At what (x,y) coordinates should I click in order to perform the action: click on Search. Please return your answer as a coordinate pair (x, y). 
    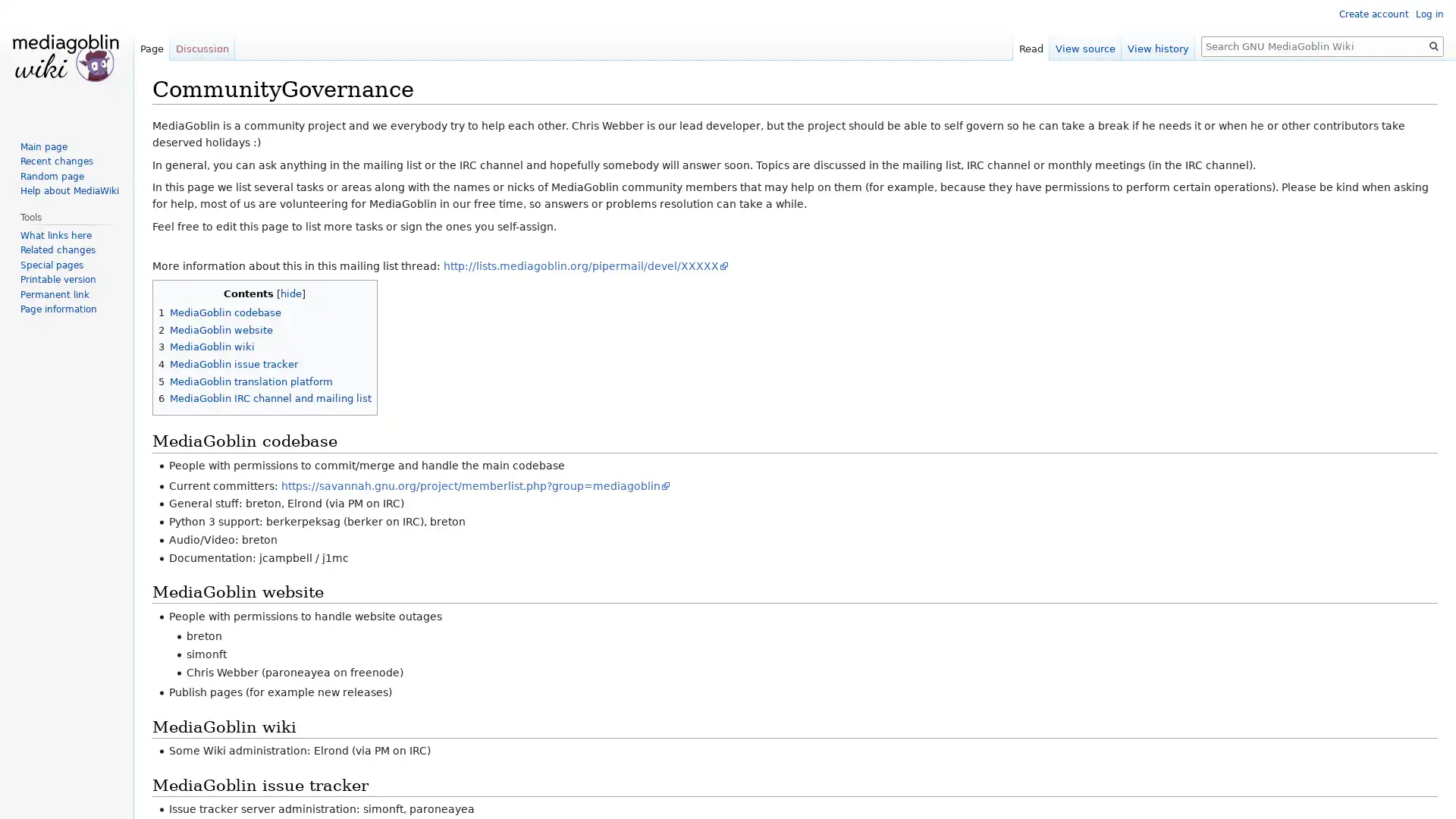
    Looking at the image, I should click on (1433, 45).